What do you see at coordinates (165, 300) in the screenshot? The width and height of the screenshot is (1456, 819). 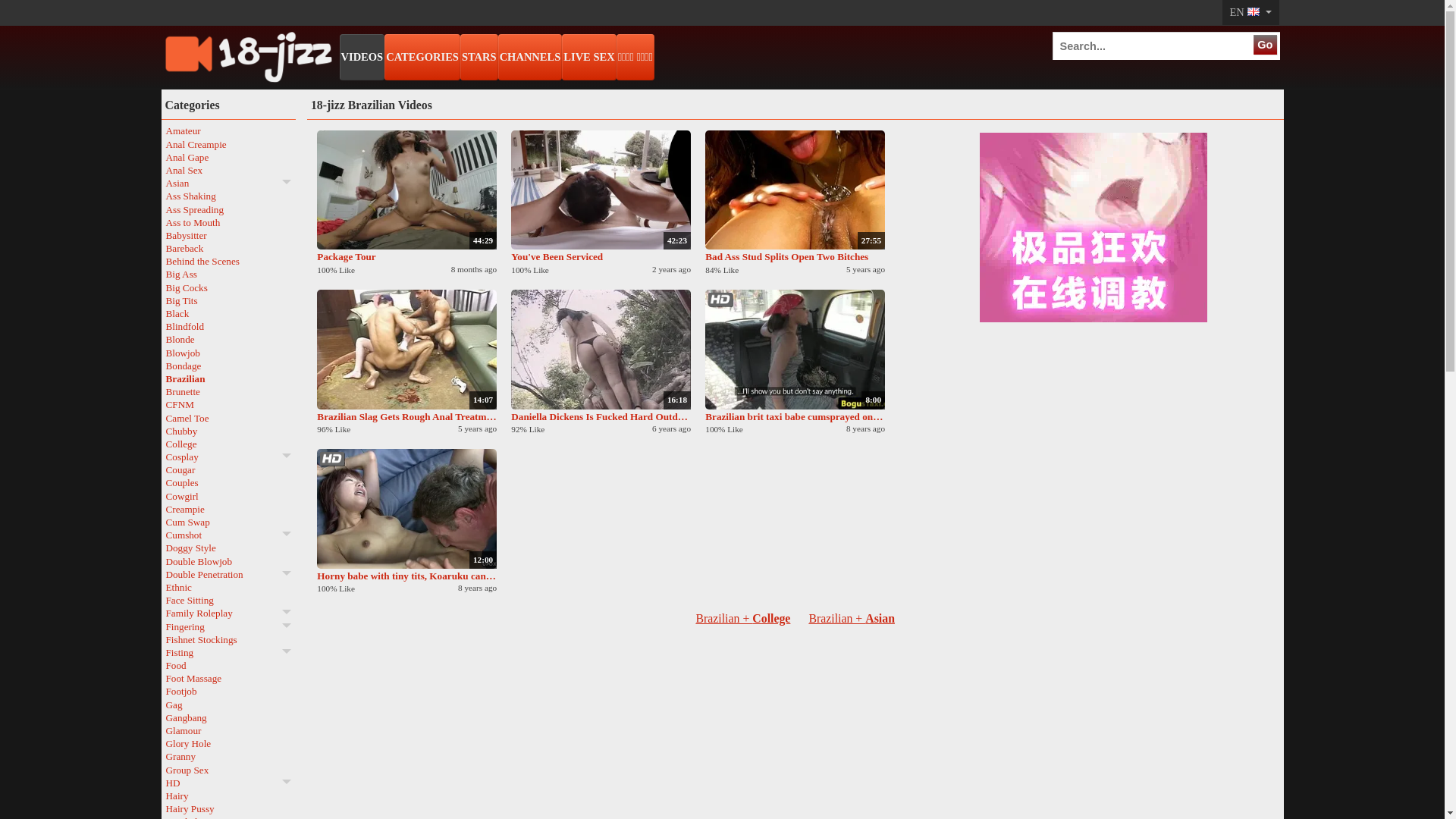 I see `'Big Tits'` at bounding box center [165, 300].